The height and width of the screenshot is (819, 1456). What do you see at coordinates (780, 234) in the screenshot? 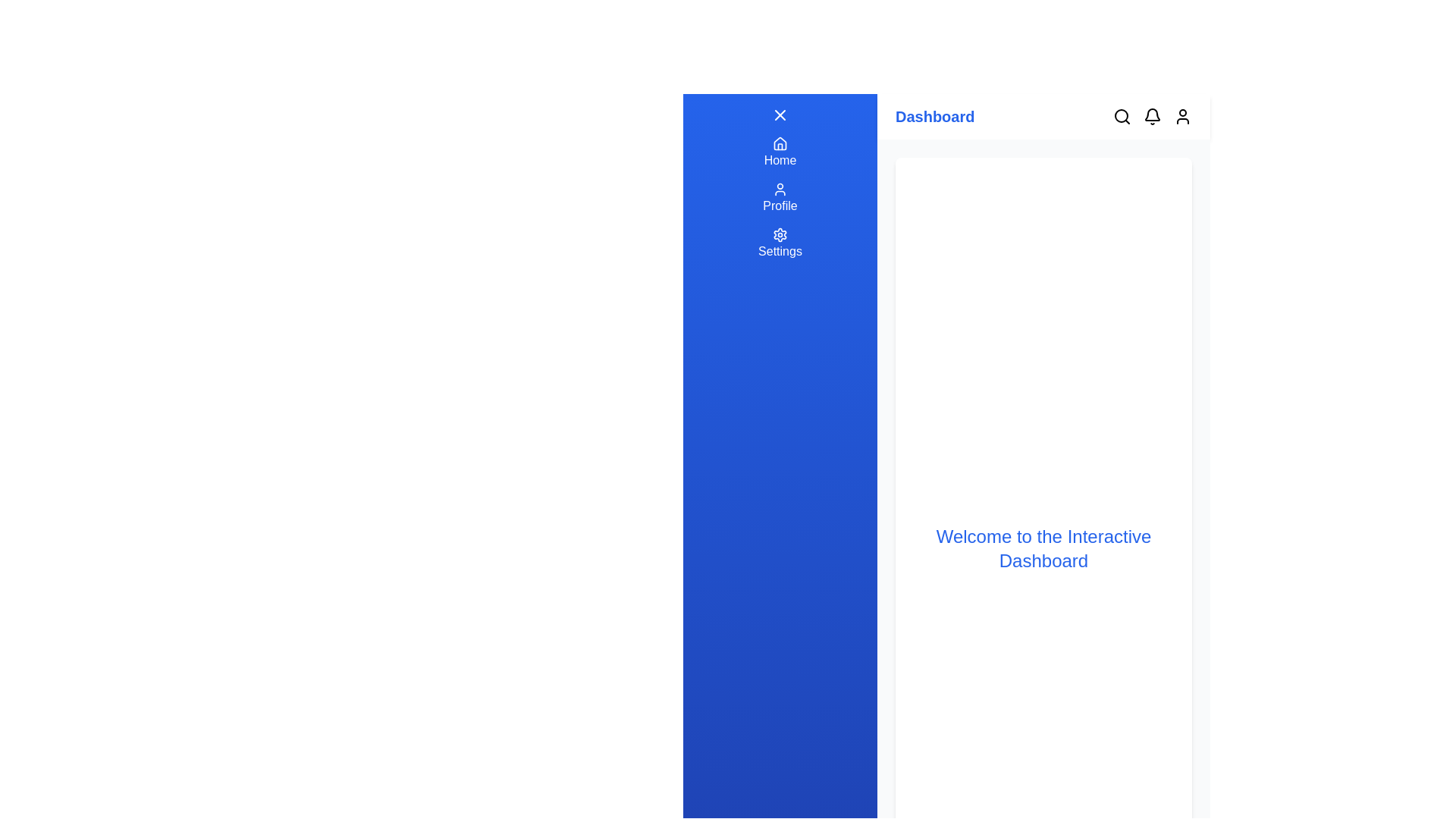
I see `the settings icon, which is a gear icon located in the vertical sidebar of the application's navigation menu` at bounding box center [780, 234].